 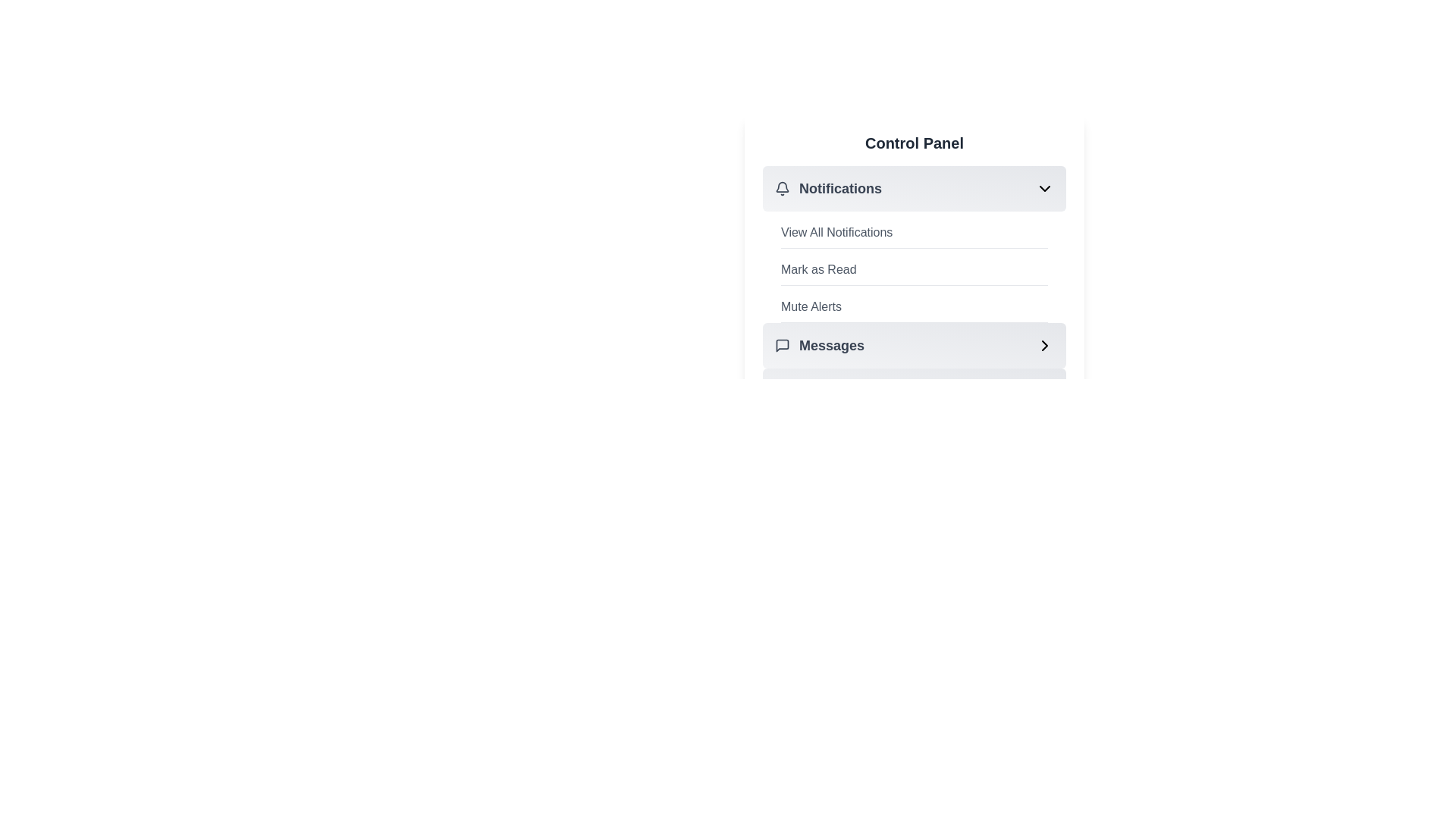 I want to click on the text label located beneath the Notifications heading in the control panel interface, so click(x=836, y=233).